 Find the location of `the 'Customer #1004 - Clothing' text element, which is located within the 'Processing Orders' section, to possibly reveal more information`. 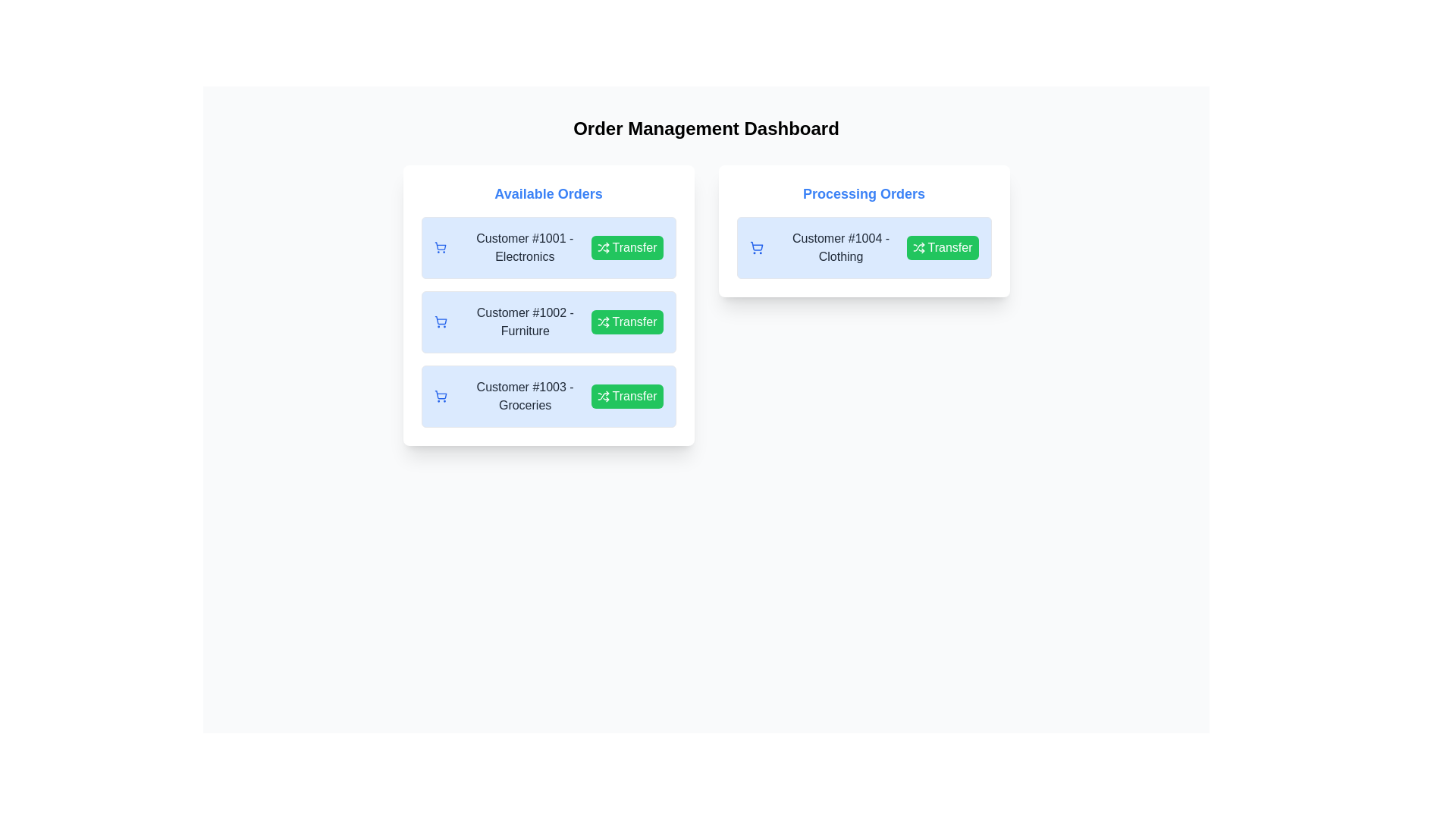

the 'Customer #1004 - Clothing' text element, which is located within the 'Processing Orders' section, to possibly reveal more information is located at coordinates (839, 247).